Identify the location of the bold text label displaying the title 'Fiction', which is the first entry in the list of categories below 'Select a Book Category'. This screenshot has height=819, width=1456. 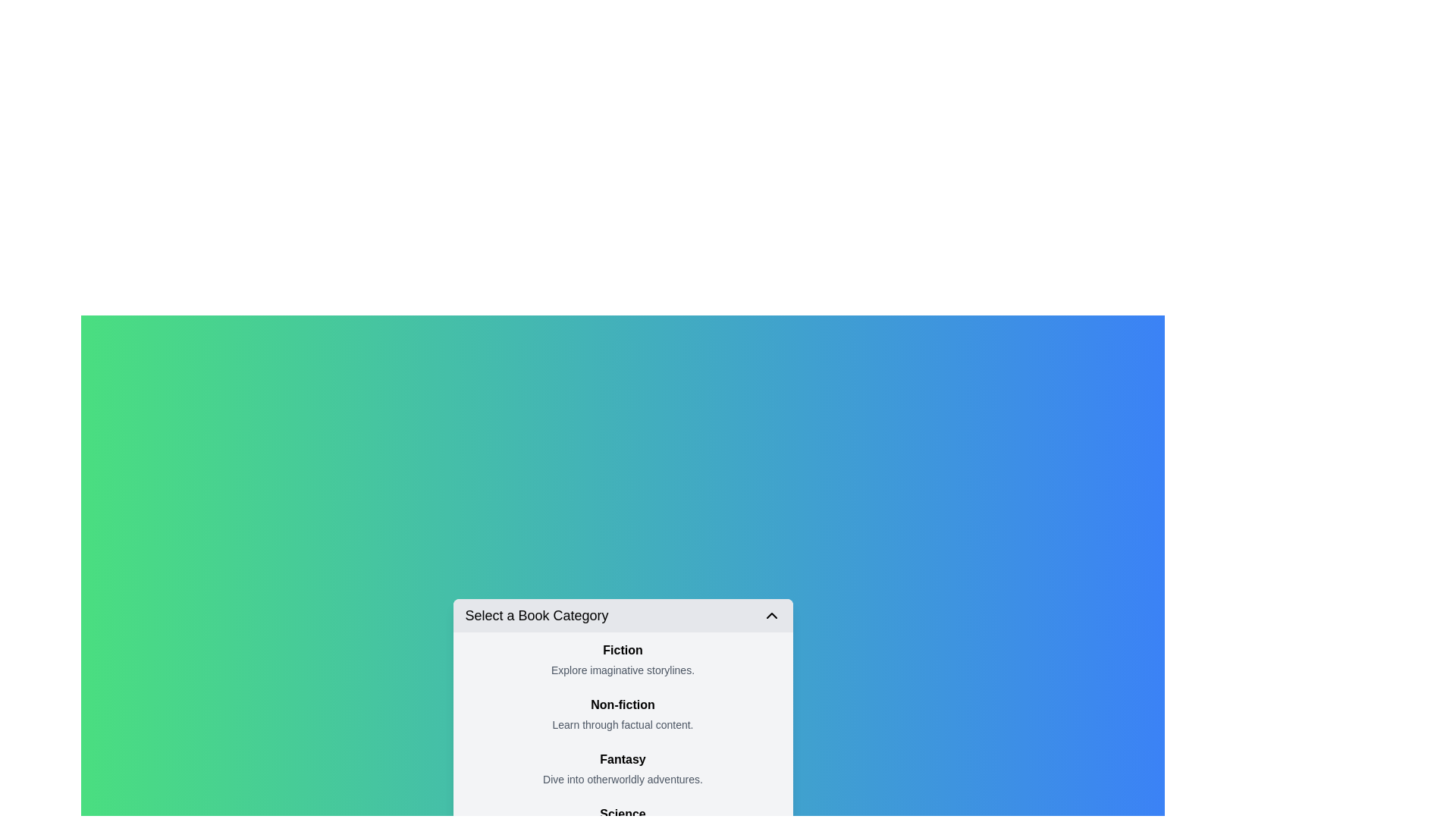
(623, 649).